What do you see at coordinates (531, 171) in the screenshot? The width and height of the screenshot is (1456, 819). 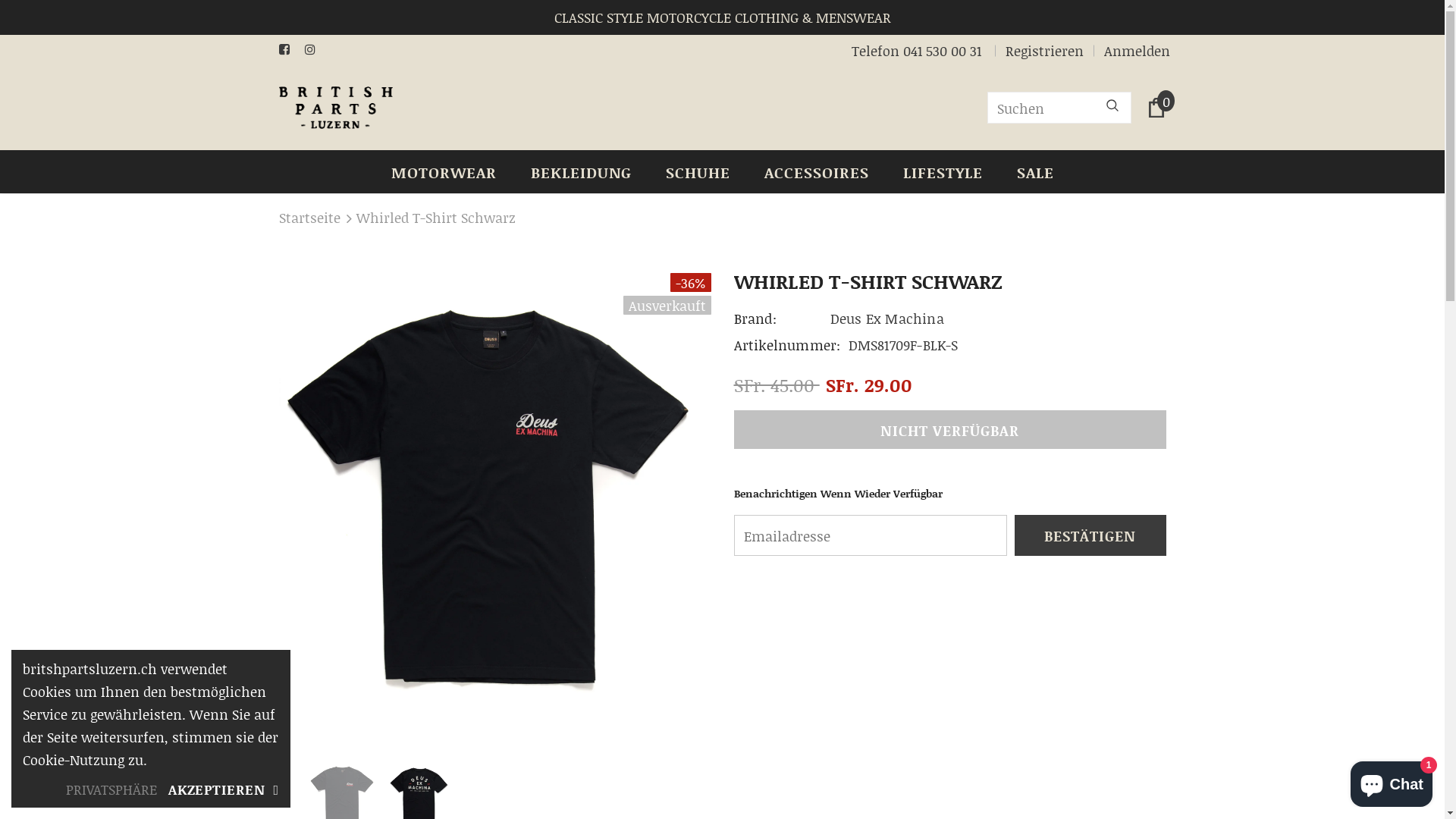 I see `'BEKLEIDUNG'` at bounding box center [531, 171].